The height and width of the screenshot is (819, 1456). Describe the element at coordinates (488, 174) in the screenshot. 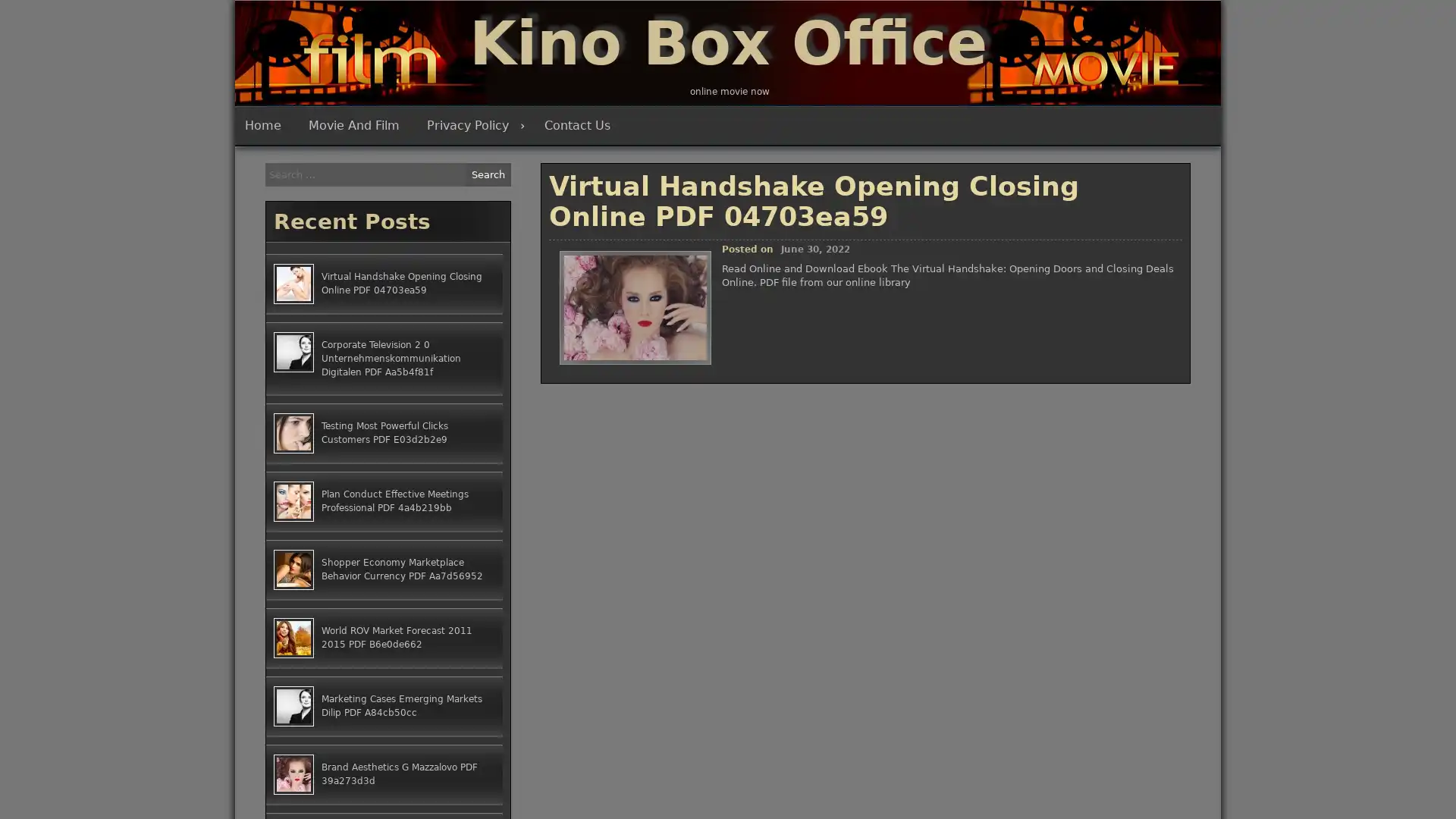

I see `Search` at that location.